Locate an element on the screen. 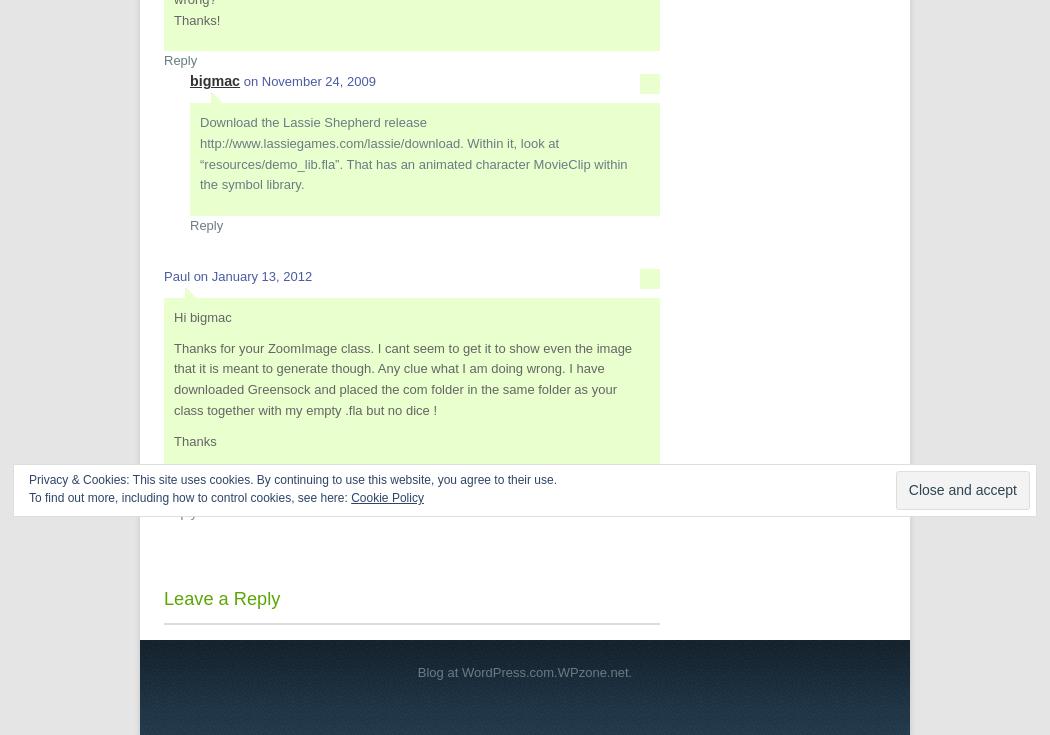 This screenshot has width=1050, height=735. 'Hi bigmac' is located at coordinates (201, 315).